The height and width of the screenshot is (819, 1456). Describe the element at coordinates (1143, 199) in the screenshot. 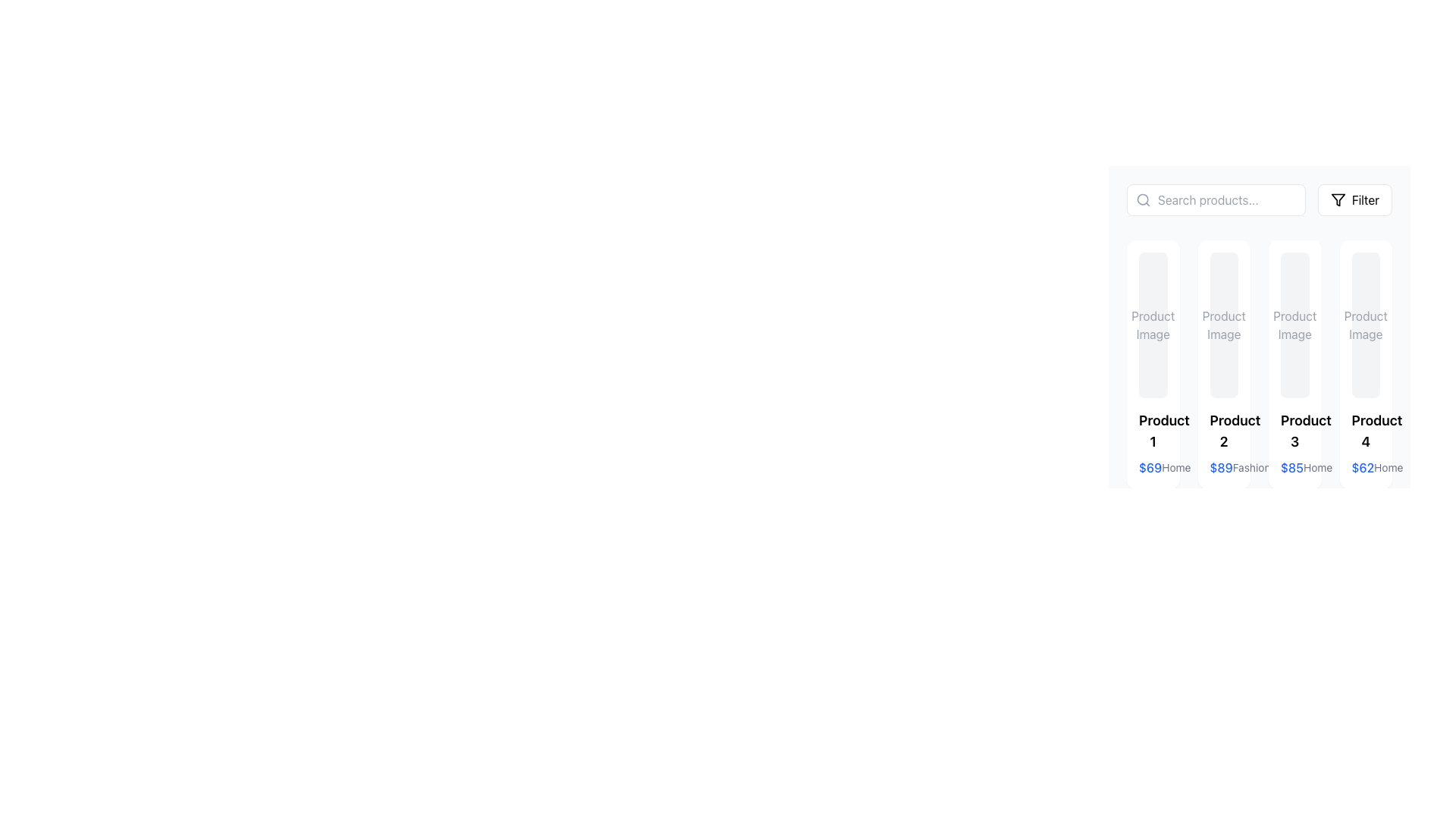

I see `the circular part of the search icon represented in SVG format, located at the top-left corner of the icon` at that location.